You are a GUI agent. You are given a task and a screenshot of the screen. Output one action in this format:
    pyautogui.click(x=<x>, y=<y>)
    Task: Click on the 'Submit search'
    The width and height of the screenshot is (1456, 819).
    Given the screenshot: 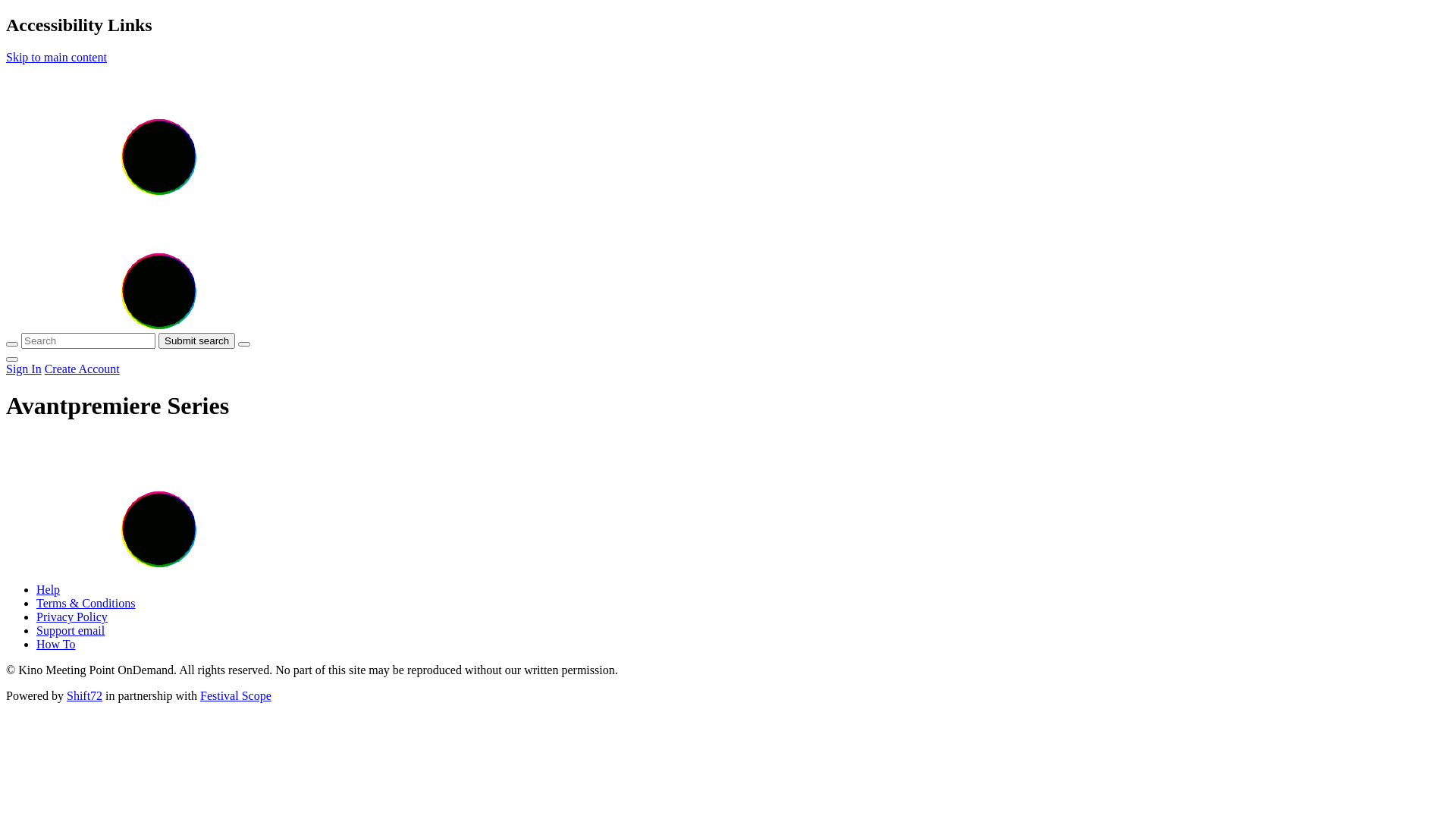 What is the action you would take?
    pyautogui.click(x=196, y=340)
    